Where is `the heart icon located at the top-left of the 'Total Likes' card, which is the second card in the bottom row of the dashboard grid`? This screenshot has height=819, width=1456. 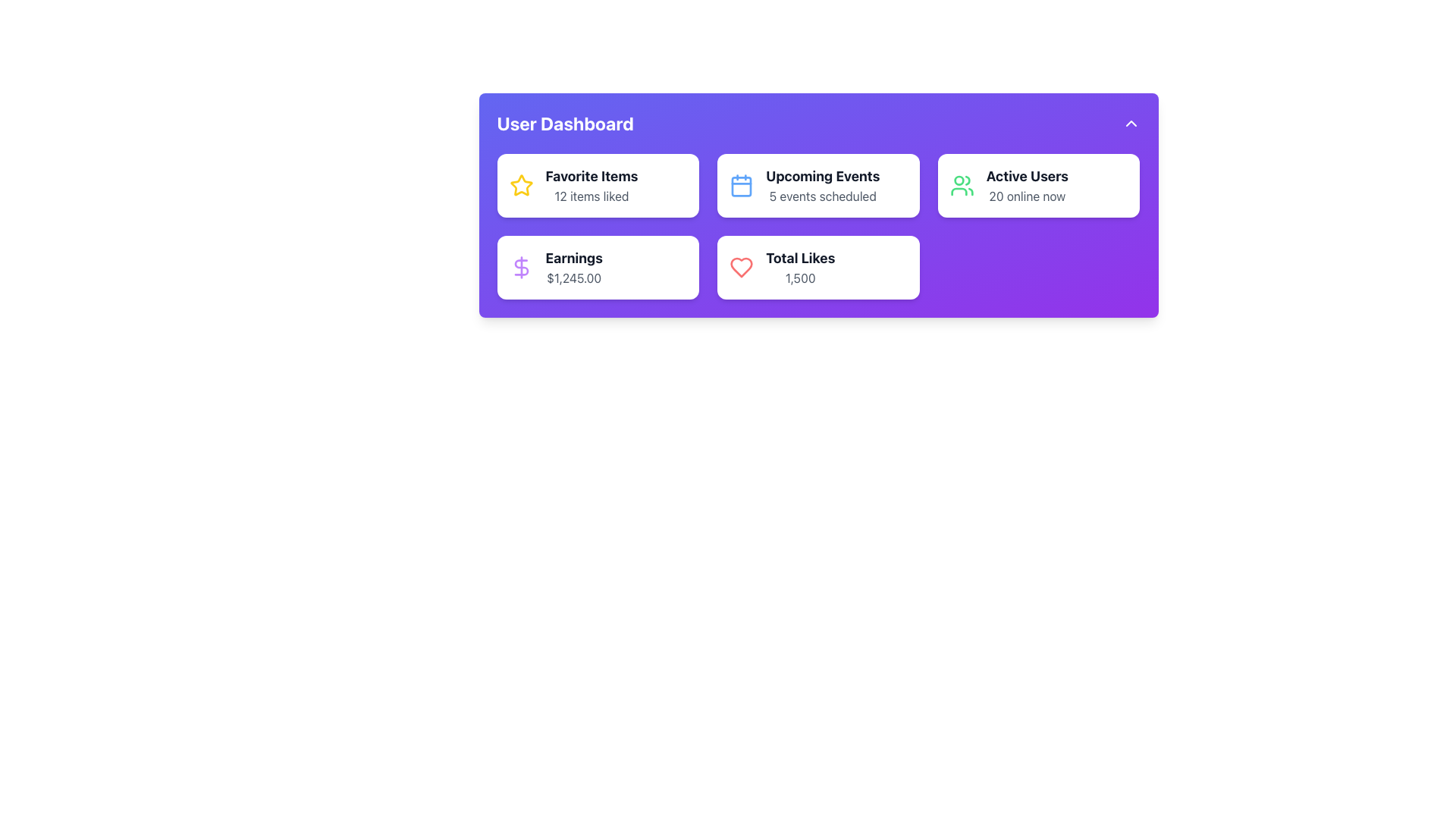 the heart icon located at the top-left of the 'Total Likes' card, which is the second card in the bottom row of the dashboard grid is located at coordinates (742, 267).